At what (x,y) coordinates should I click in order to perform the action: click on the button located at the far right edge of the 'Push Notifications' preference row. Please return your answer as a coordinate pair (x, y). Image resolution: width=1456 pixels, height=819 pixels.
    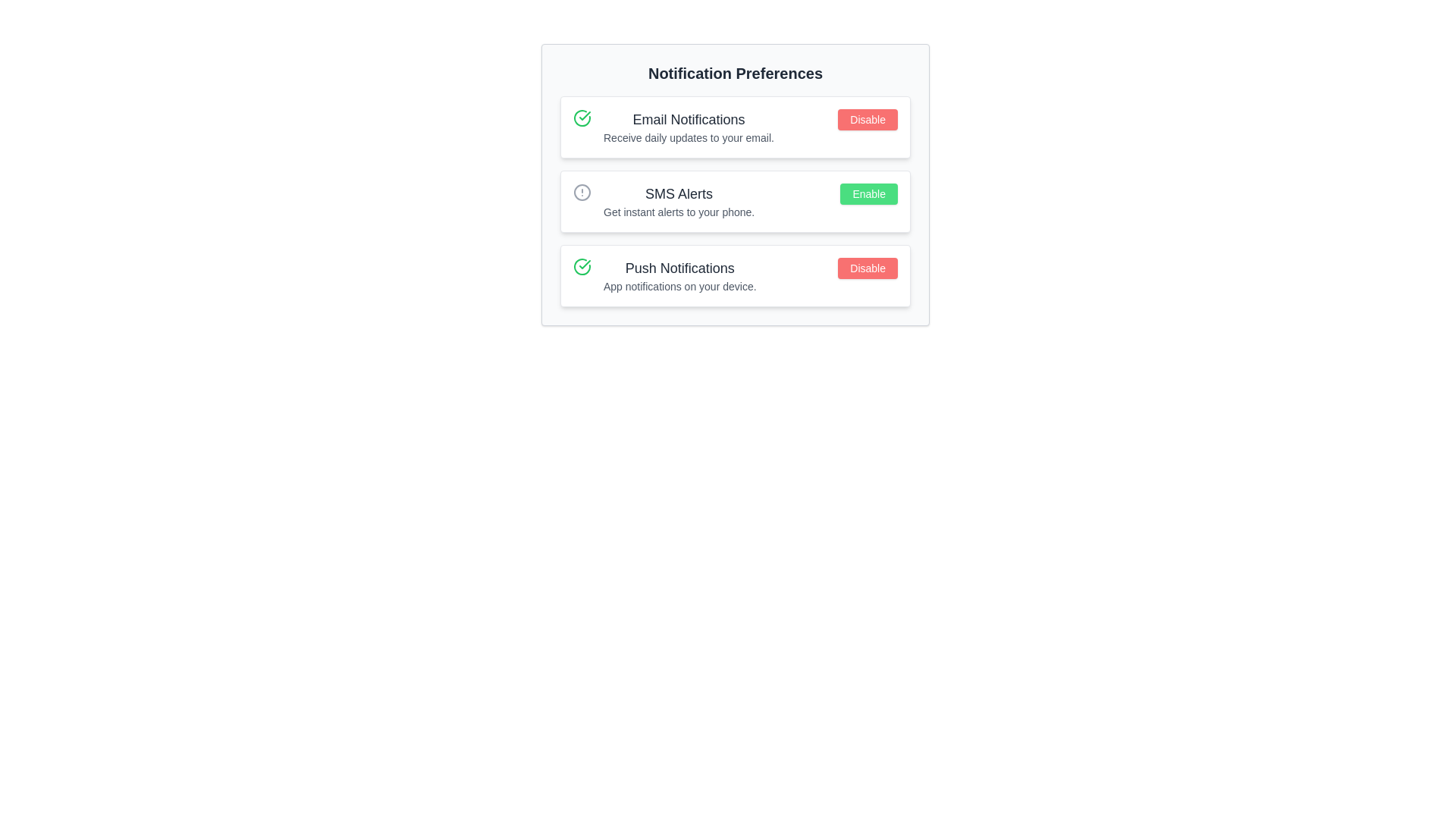
    Looking at the image, I should click on (868, 268).